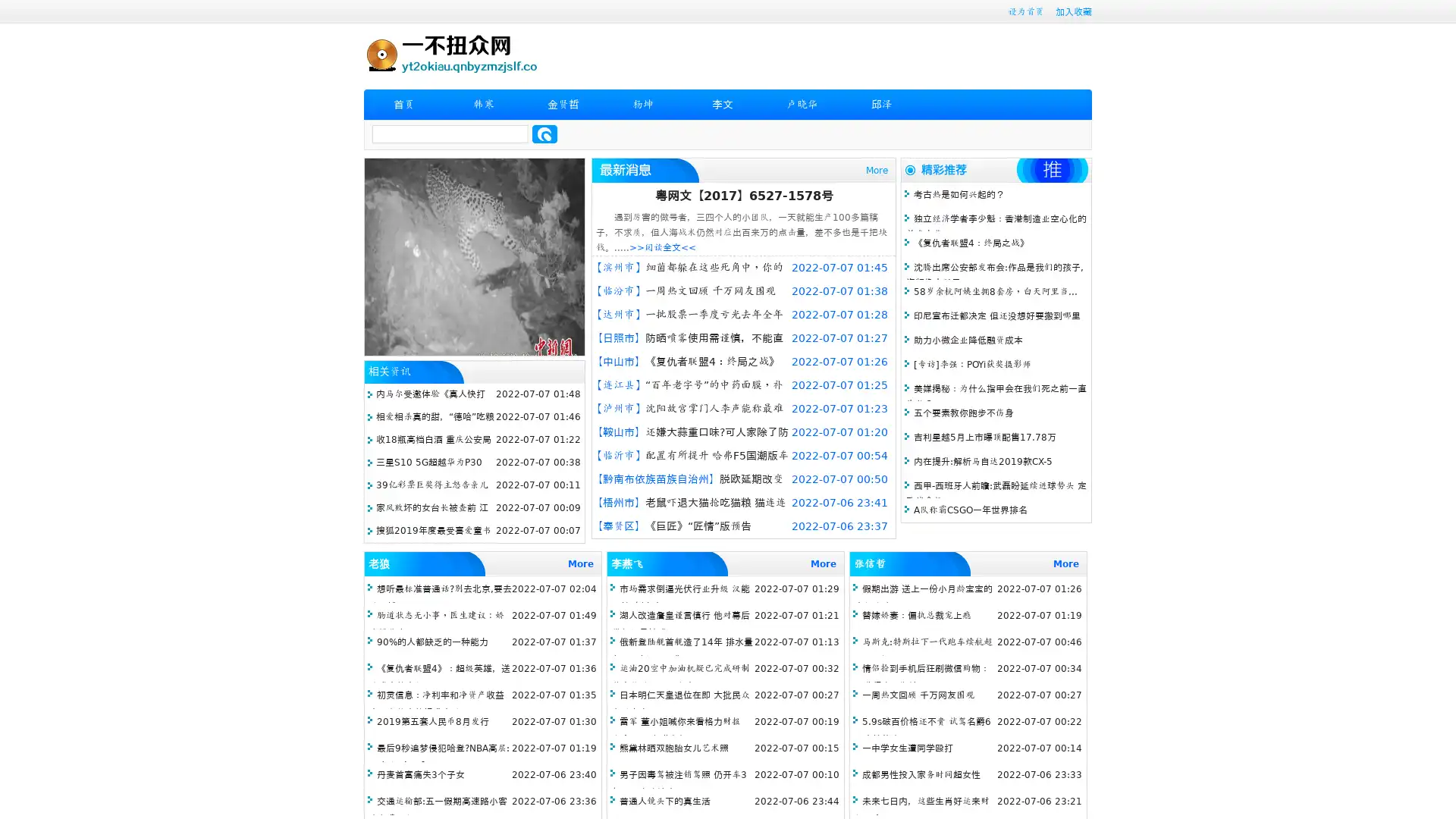 The image size is (1456, 819). I want to click on Search, so click(544, 133).